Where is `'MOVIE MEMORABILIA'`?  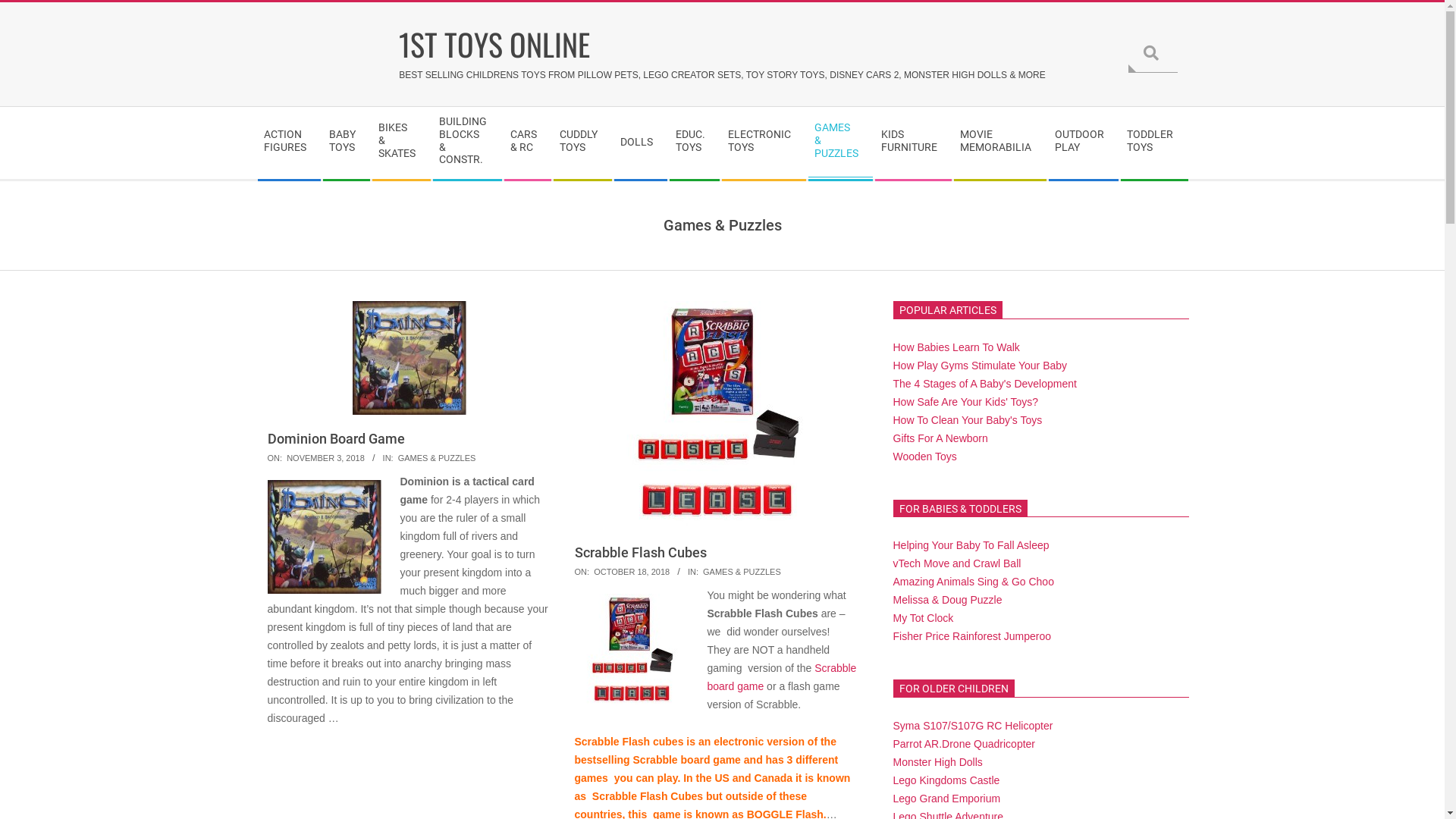
'MOVIE MEMORABILIA' is located at coordinates (999, 143).